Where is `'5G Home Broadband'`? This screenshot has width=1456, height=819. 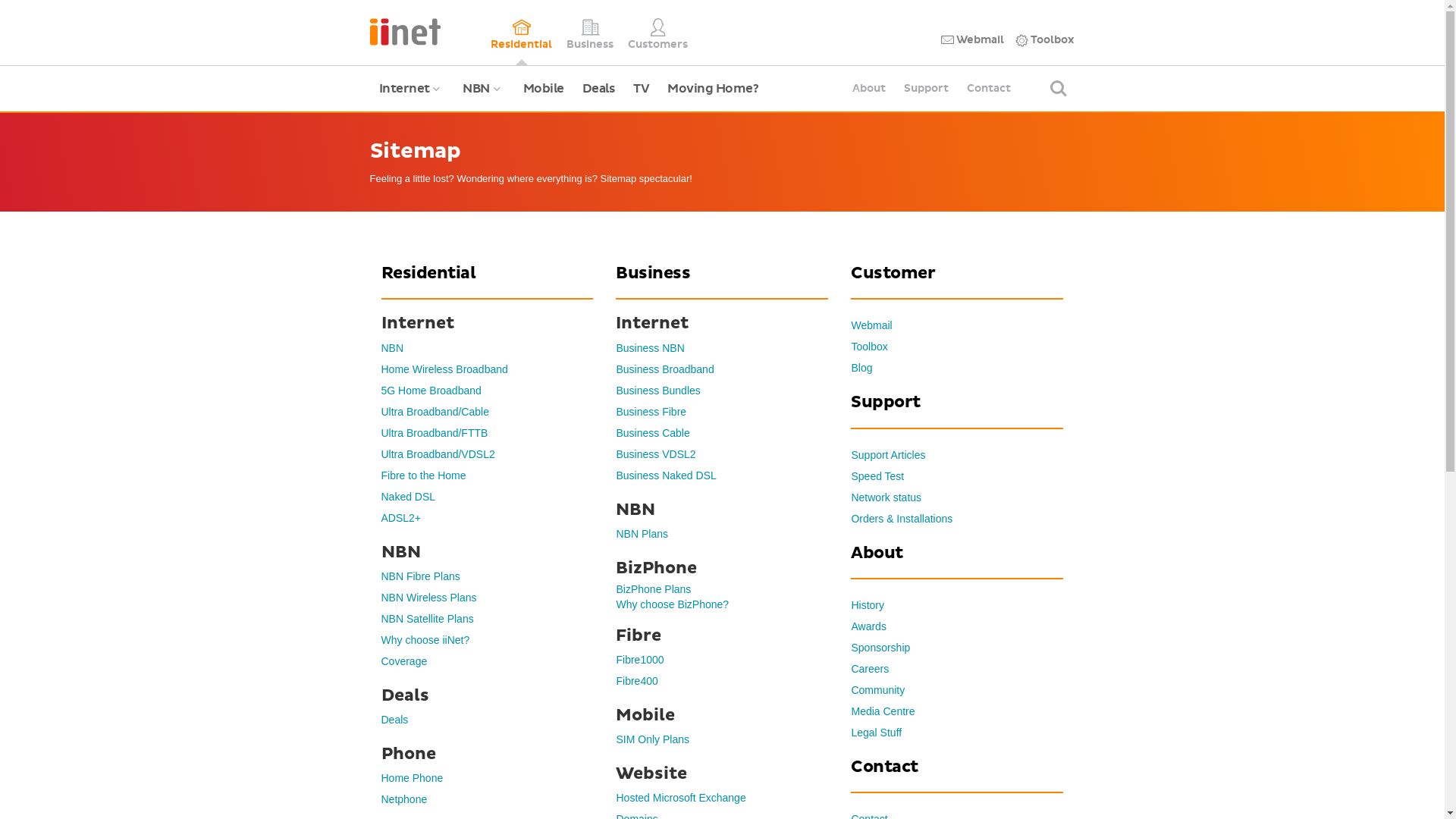
'5G Home Broadband' is located at coordinates (381, 390).